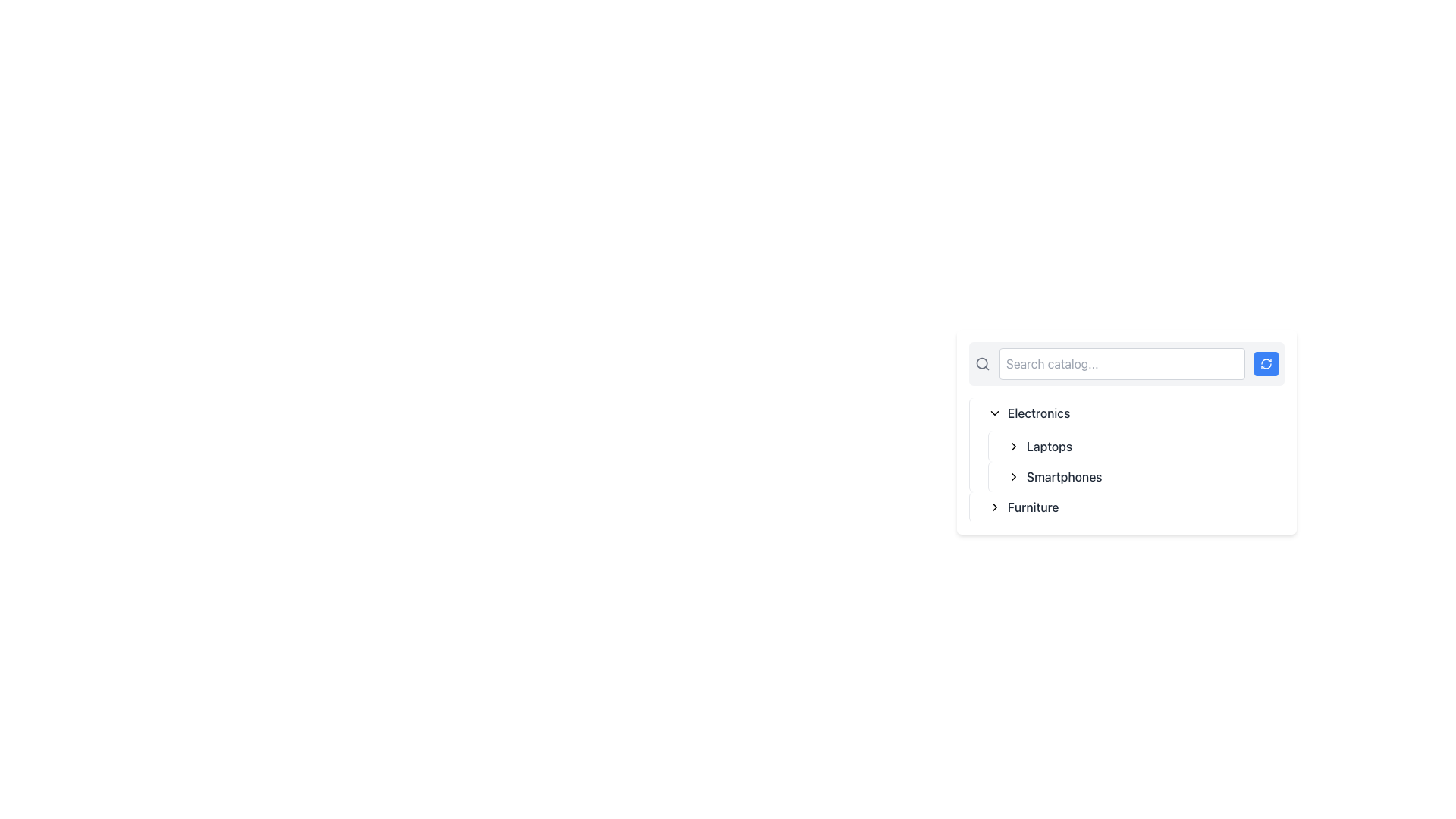  Describe the element at coordinates (1049, 446) in the screenshot. I see `text of the 'Laptops' label located in the sub-option list of the 'Electronics' dropdown menu in the left navigation panel, positioned below 'Electronics' and above 'Smartphones'` at that location.